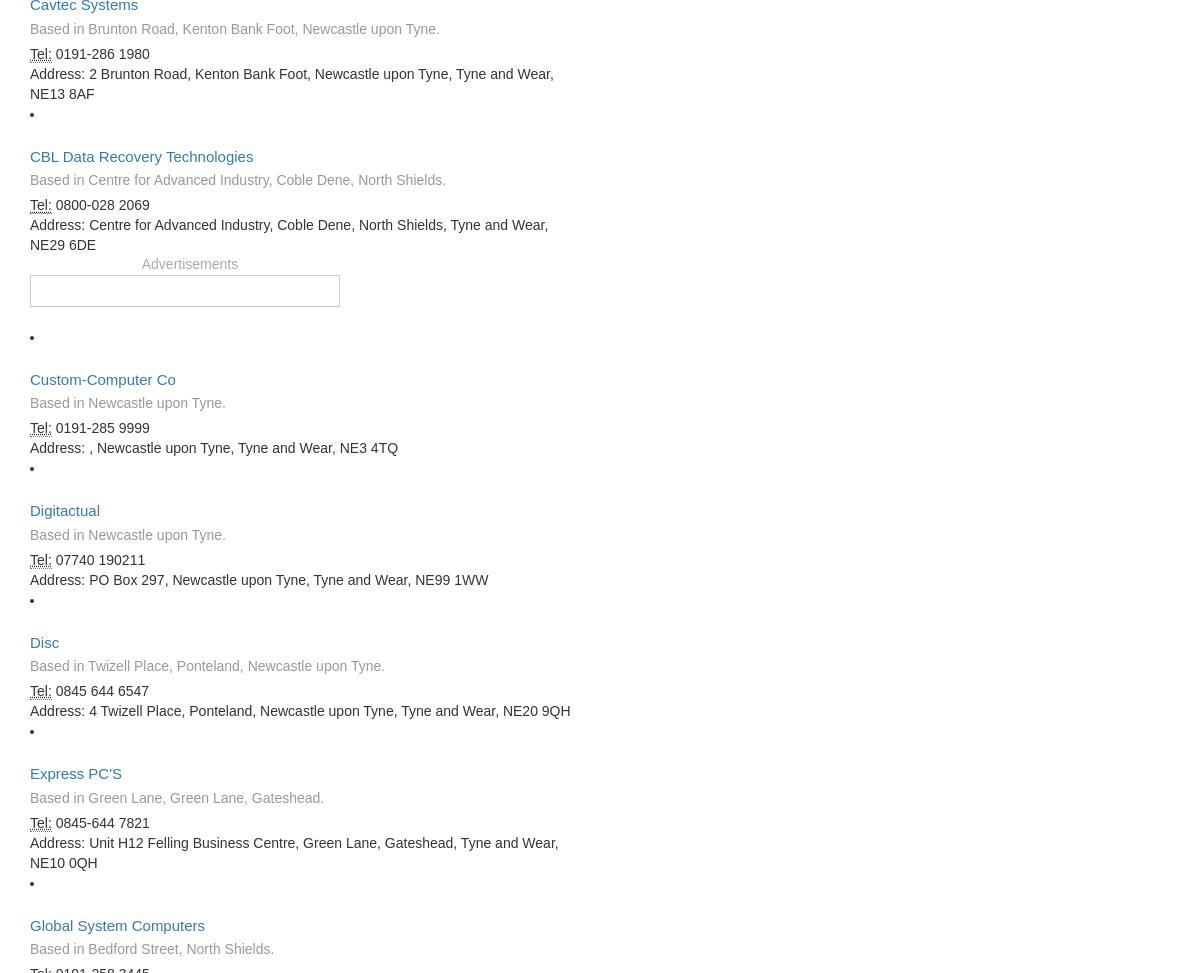 This screenshot has height=973, width=1200. What do you see at coordinates (98, 558) in the screenshot?
I see `'07740 190211'` at bounding box center [98, 558].